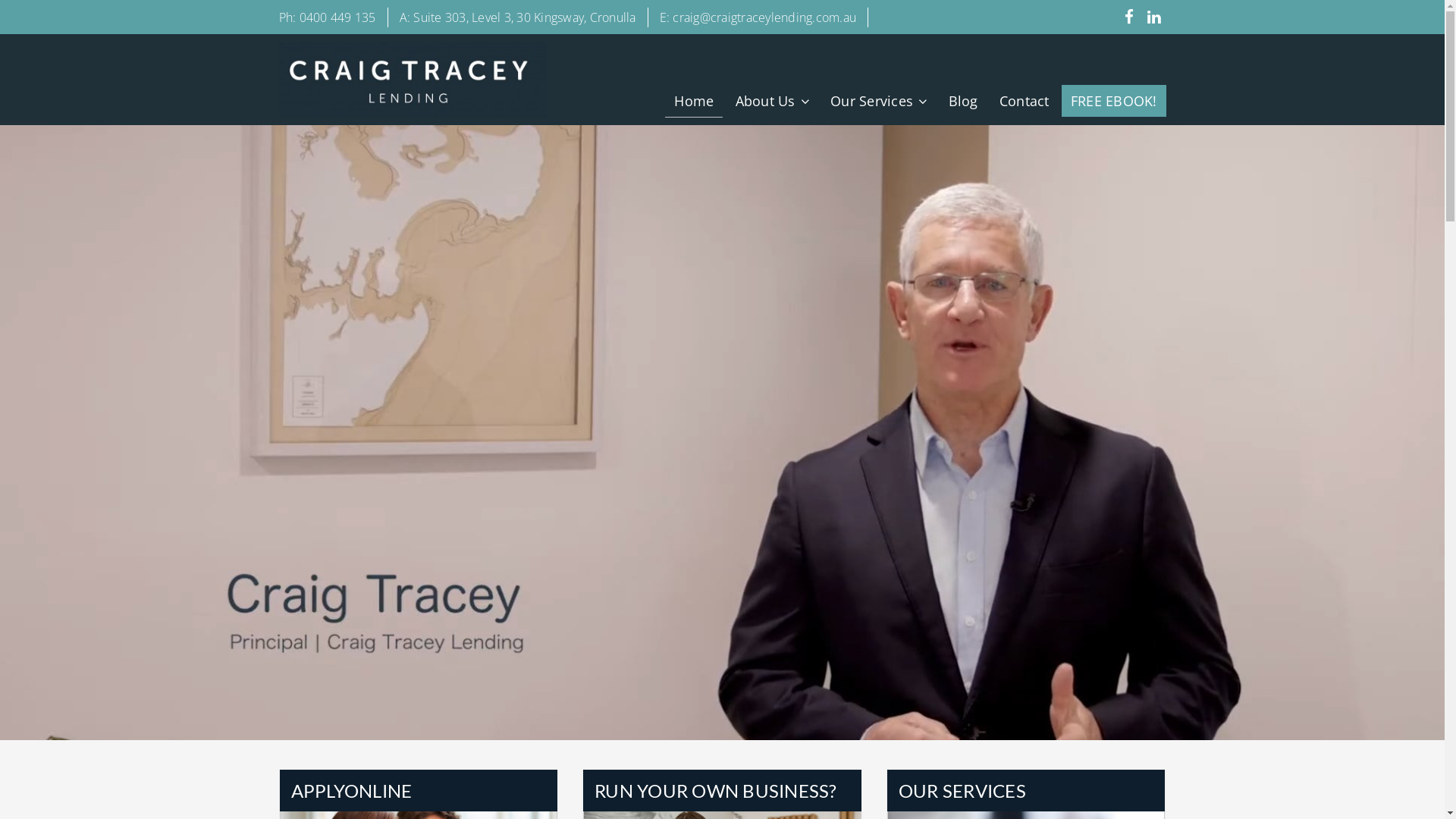  What do you see at coordinates (772, 101) in the screenshot?
I see `'About Us'` at bounding box center [772, 101].